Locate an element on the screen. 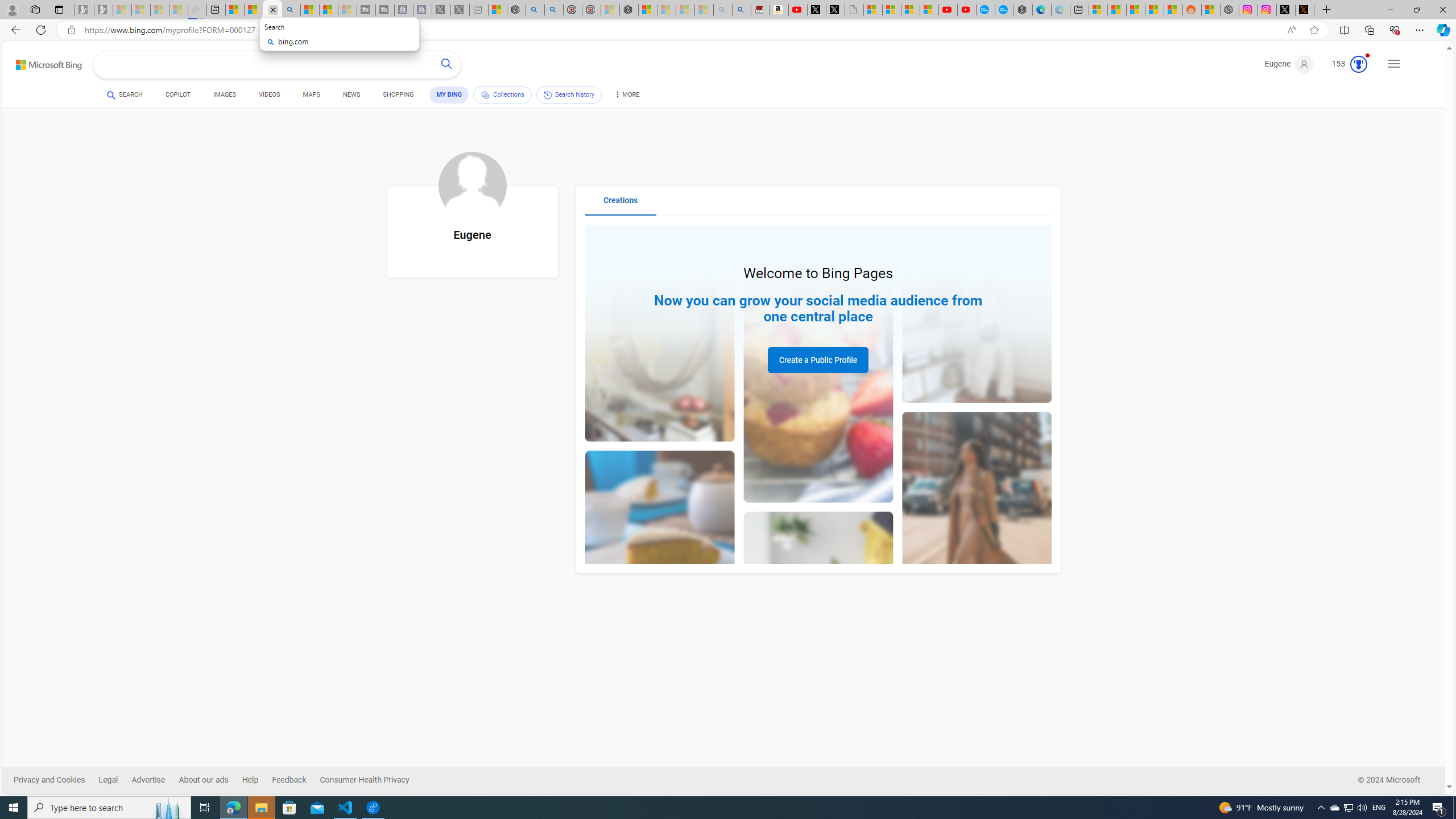  'Consumer Health Privacy' is located at coordinates (364, 780).